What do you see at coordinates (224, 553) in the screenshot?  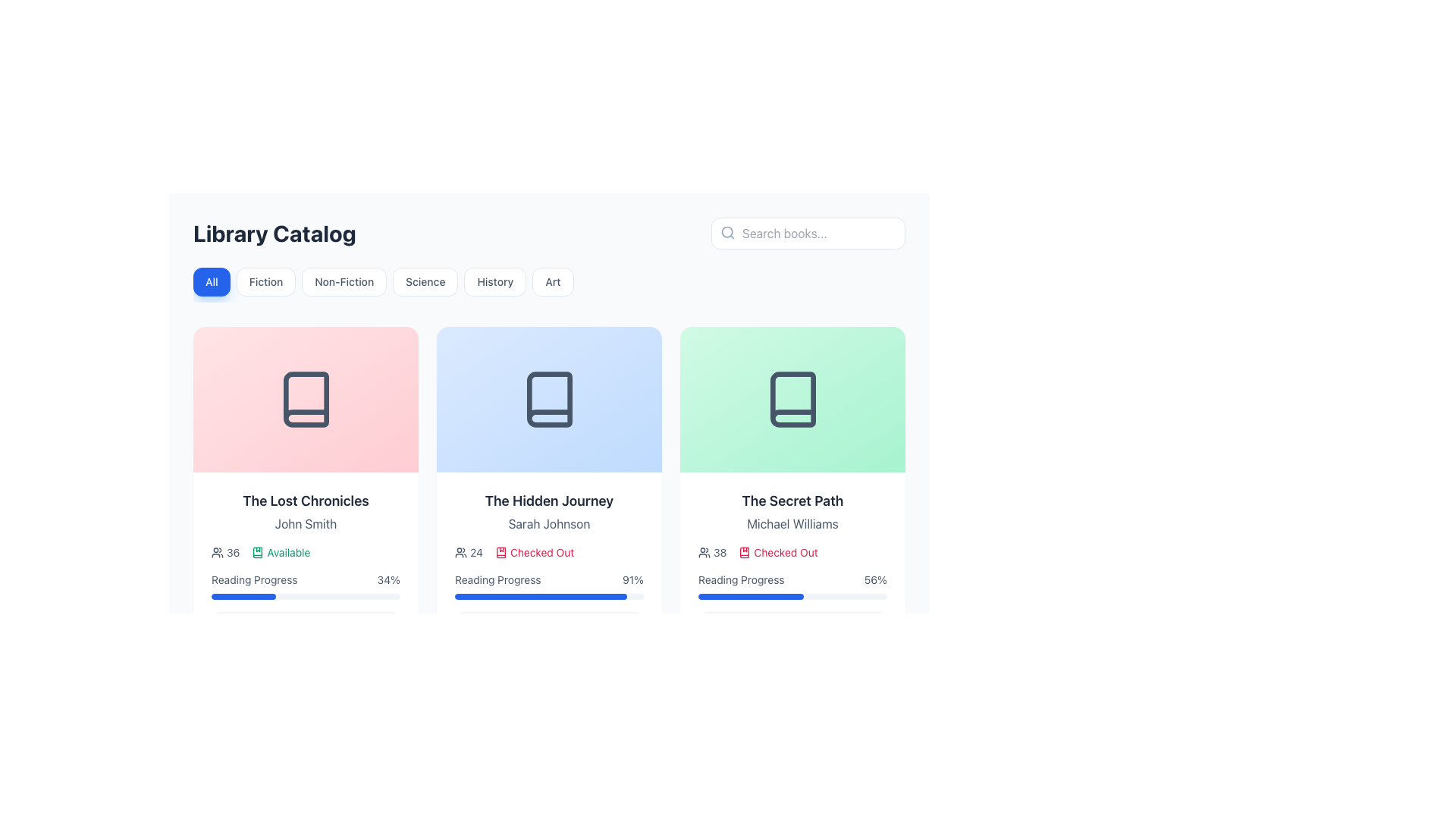 I see `the user count displayed in the text-and-icon component located below the title 'The Lost Chronicles' on the first book card in the grid layout` at bounding box center [224, 553].